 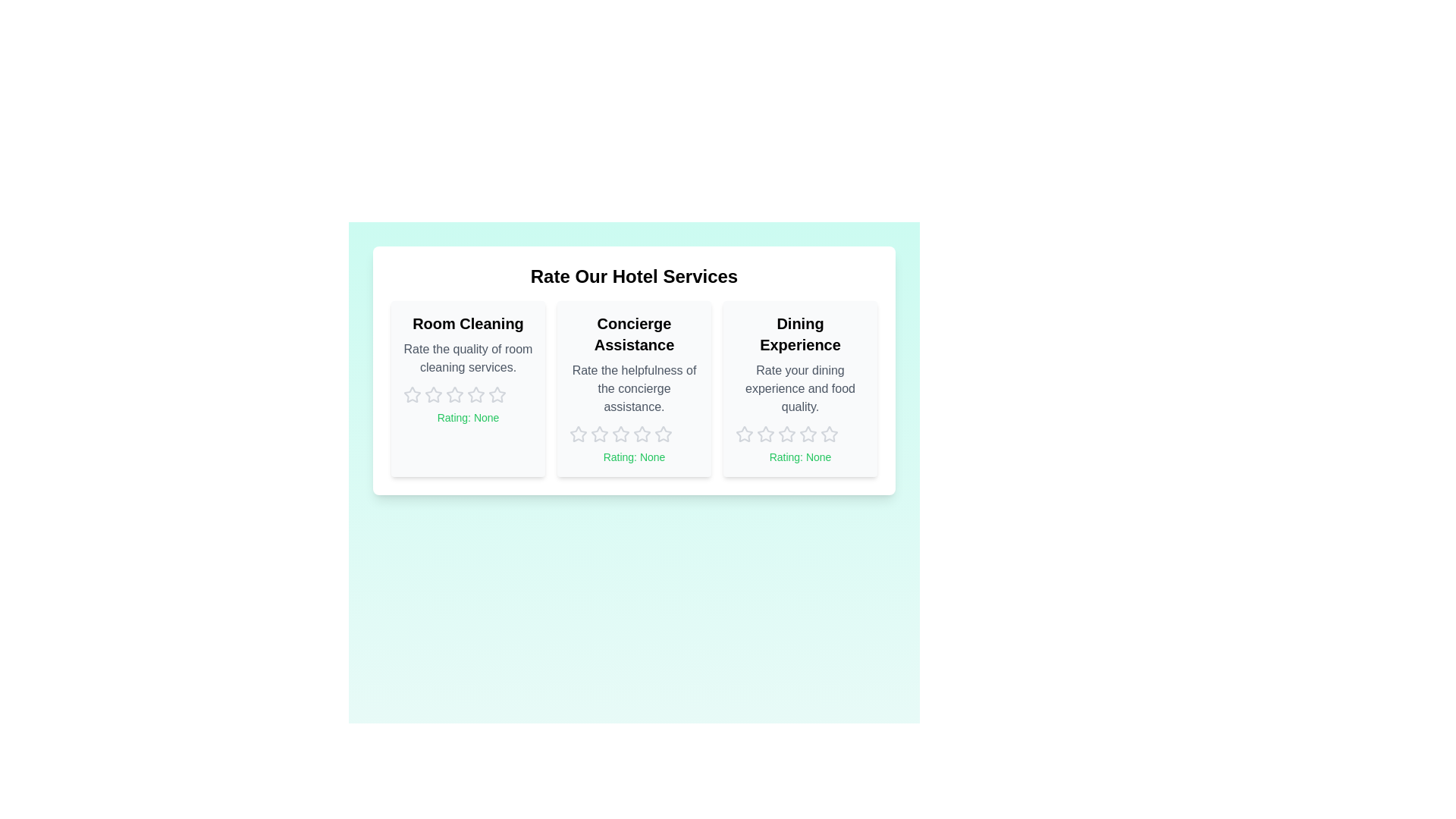 What do you see at coordinates (497, 394) in the screenshot?
I see `the rating for 'Room Cleaning' to 5 stars` at bounding box center [497, 394].